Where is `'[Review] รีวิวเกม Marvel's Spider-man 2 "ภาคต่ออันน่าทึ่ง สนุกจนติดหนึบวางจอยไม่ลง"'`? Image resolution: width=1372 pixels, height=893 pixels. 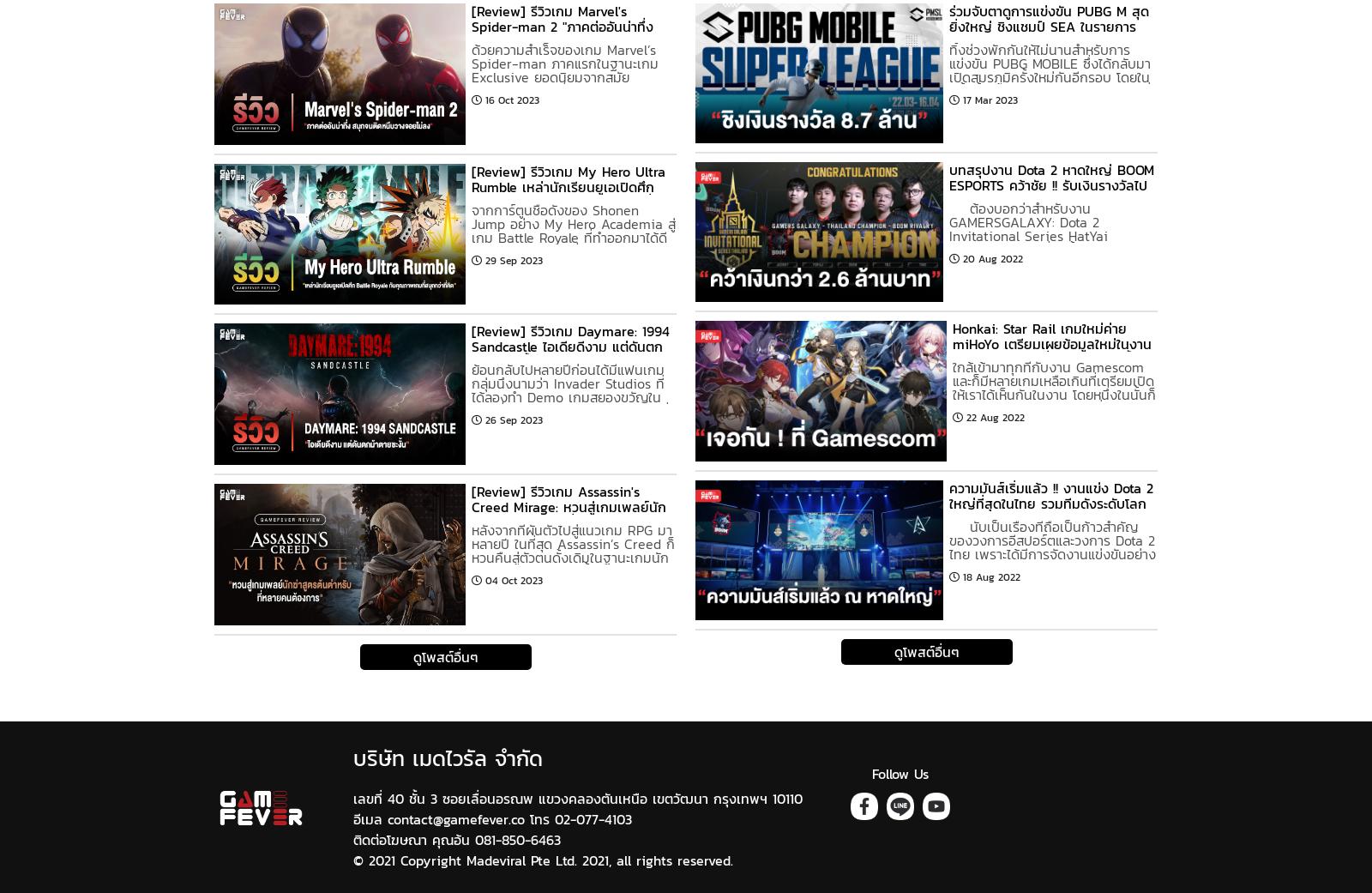
'[Review] รีวิวเกม Marvel's Spider-man 2 "ภาคต่ออันน่าทึ่ง สนุกจนติดหนึบวางจอยไม่ลง"' is located at coordinates (562, 26).